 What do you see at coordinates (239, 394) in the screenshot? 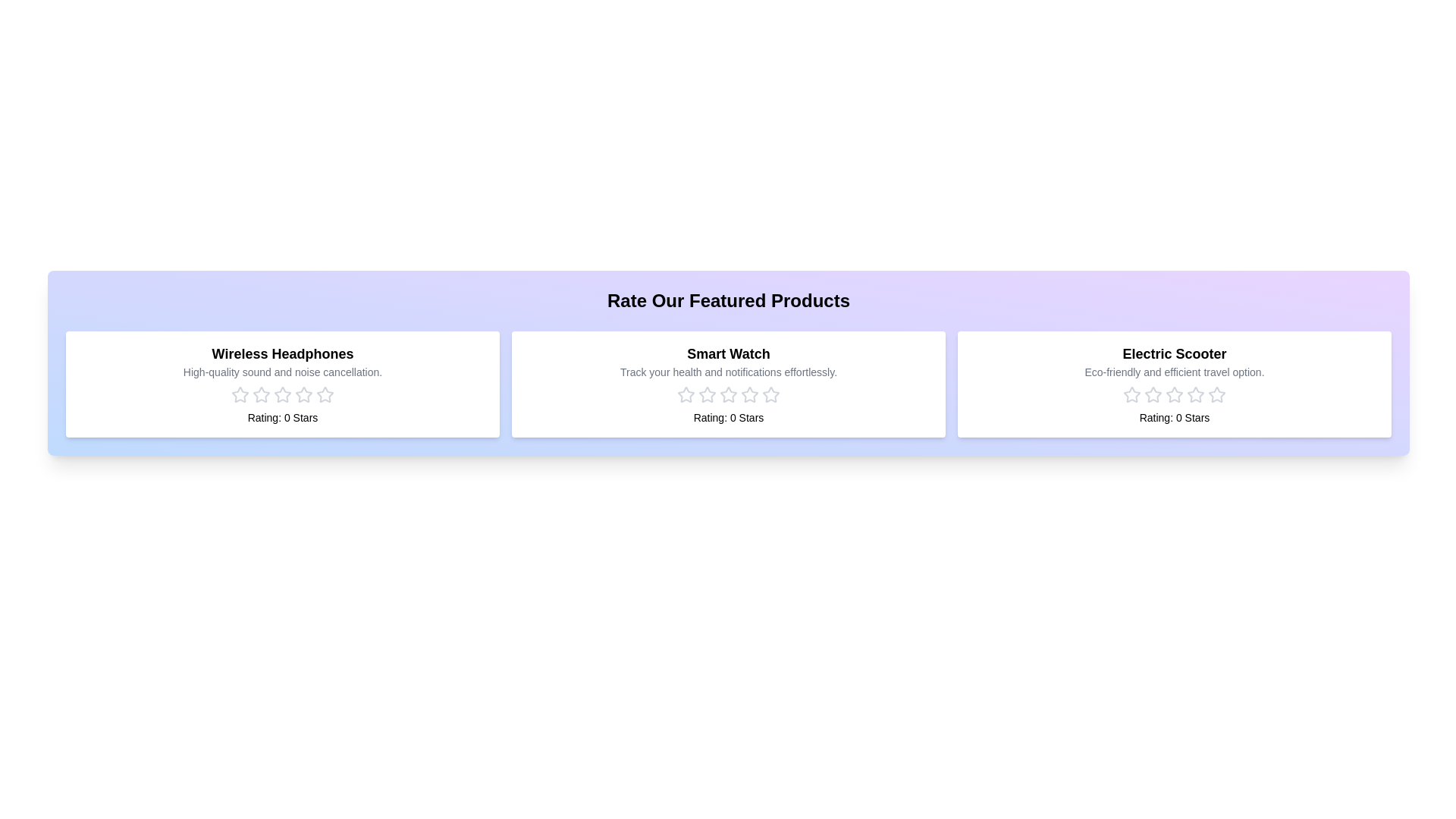
I see `the rating for the product 'Wireless Headphones' to 1 stars by clicking on the corresponding star` at bounding box center [239, 394].